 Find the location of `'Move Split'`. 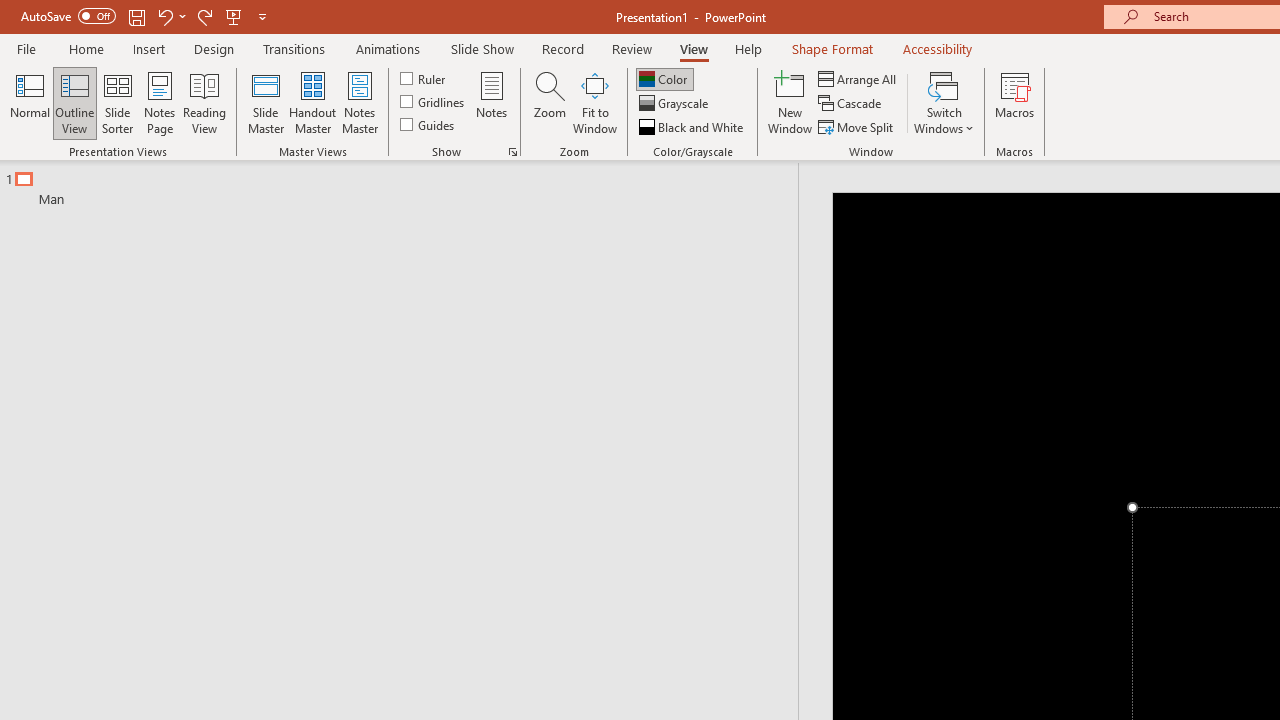

'Move Split' is located at coordinates (857, 127).